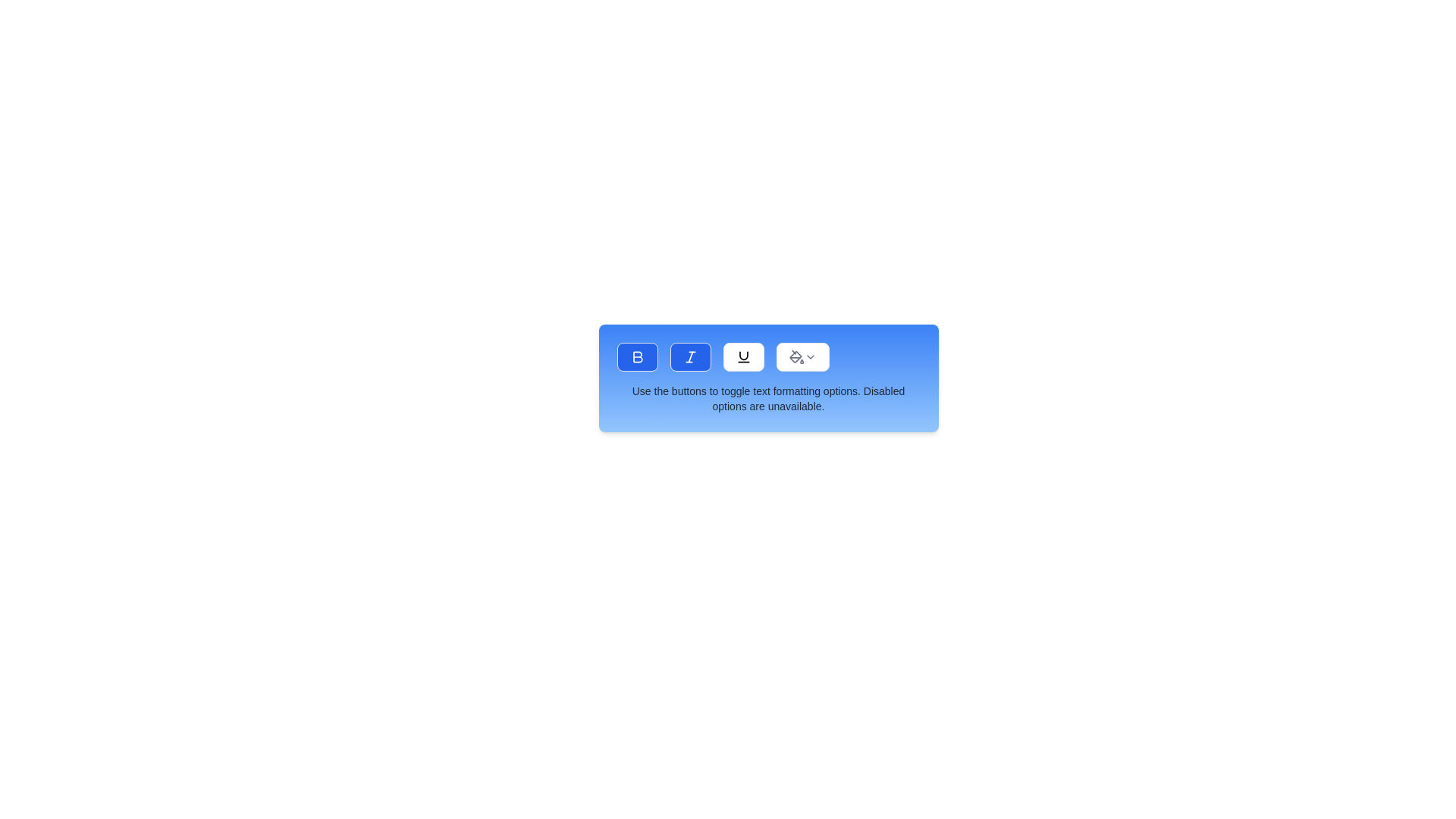 The image size is (1456, 819). Describe the element at coordinates (637, 356) in the screenshot. I see `the bold 'B' button inside a small blue box` at that location.